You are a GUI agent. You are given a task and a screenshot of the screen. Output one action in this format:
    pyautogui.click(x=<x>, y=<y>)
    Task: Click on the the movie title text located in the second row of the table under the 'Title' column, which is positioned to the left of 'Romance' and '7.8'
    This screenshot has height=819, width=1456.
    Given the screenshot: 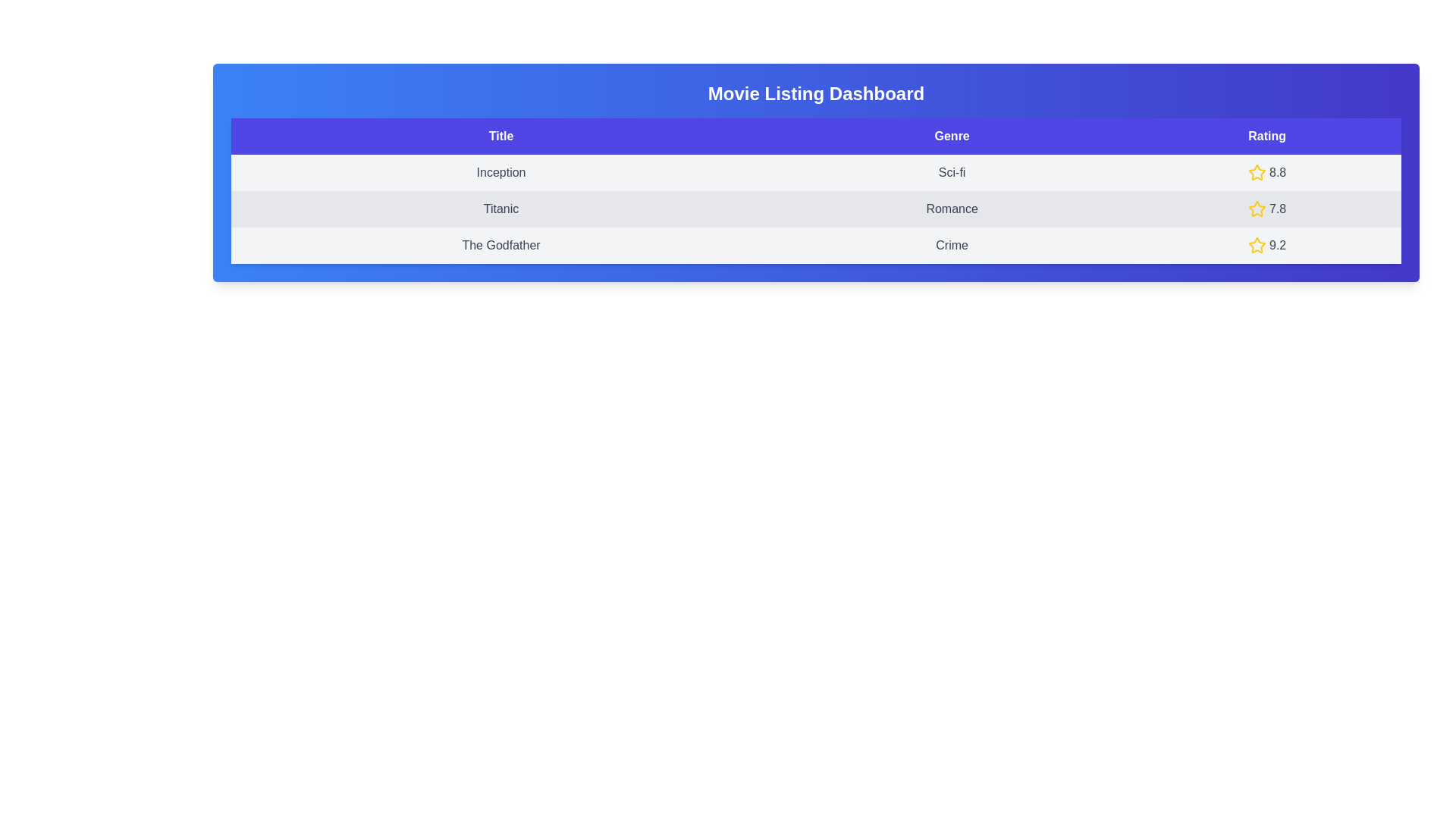 What is the action you would take?
    pyautogui.click(x=501, y=209)
    